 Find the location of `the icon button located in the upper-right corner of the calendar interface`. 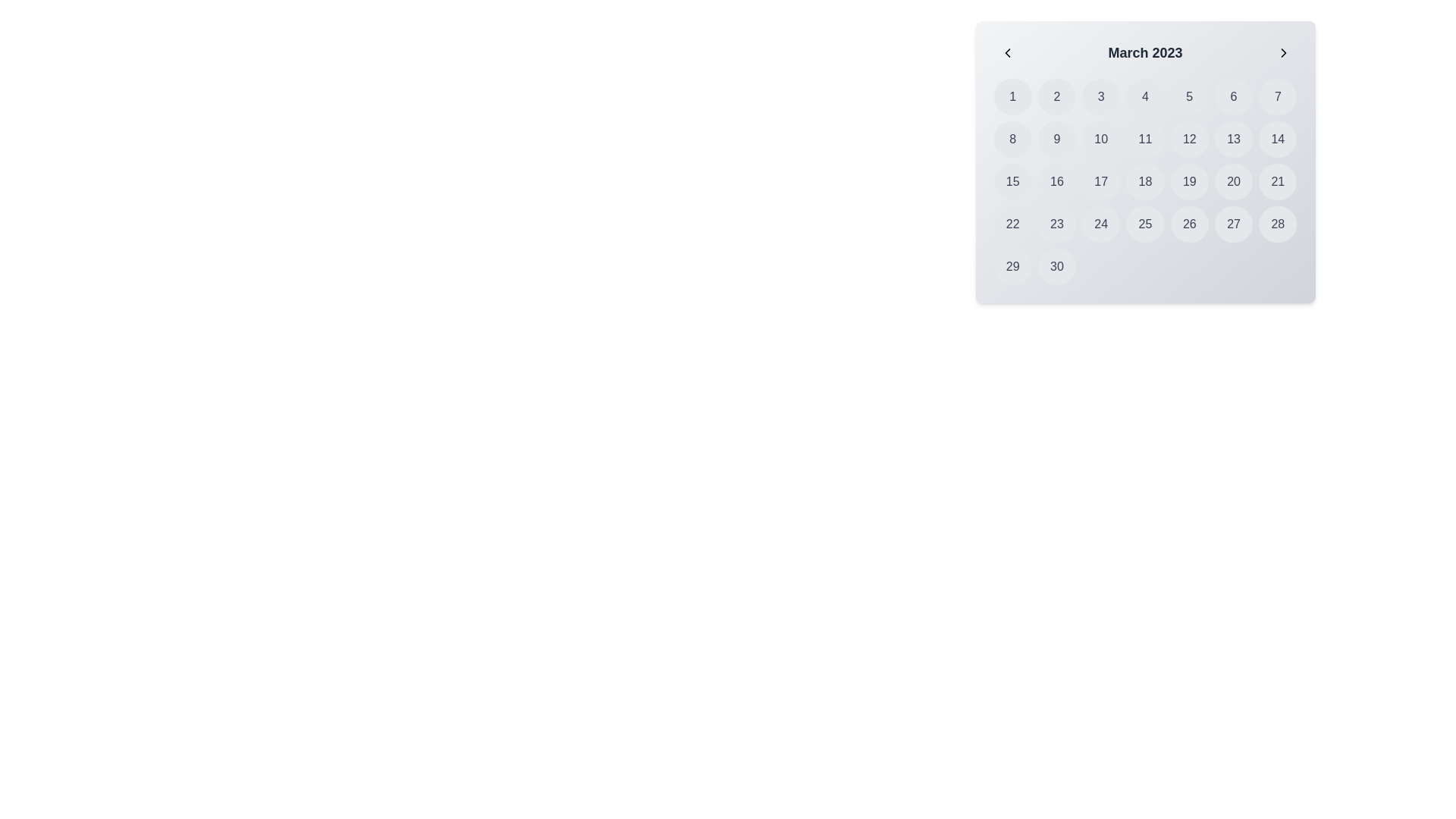

the icon button located in the upper-right corner of the calendar interface is located at coordinates (1282, 52).